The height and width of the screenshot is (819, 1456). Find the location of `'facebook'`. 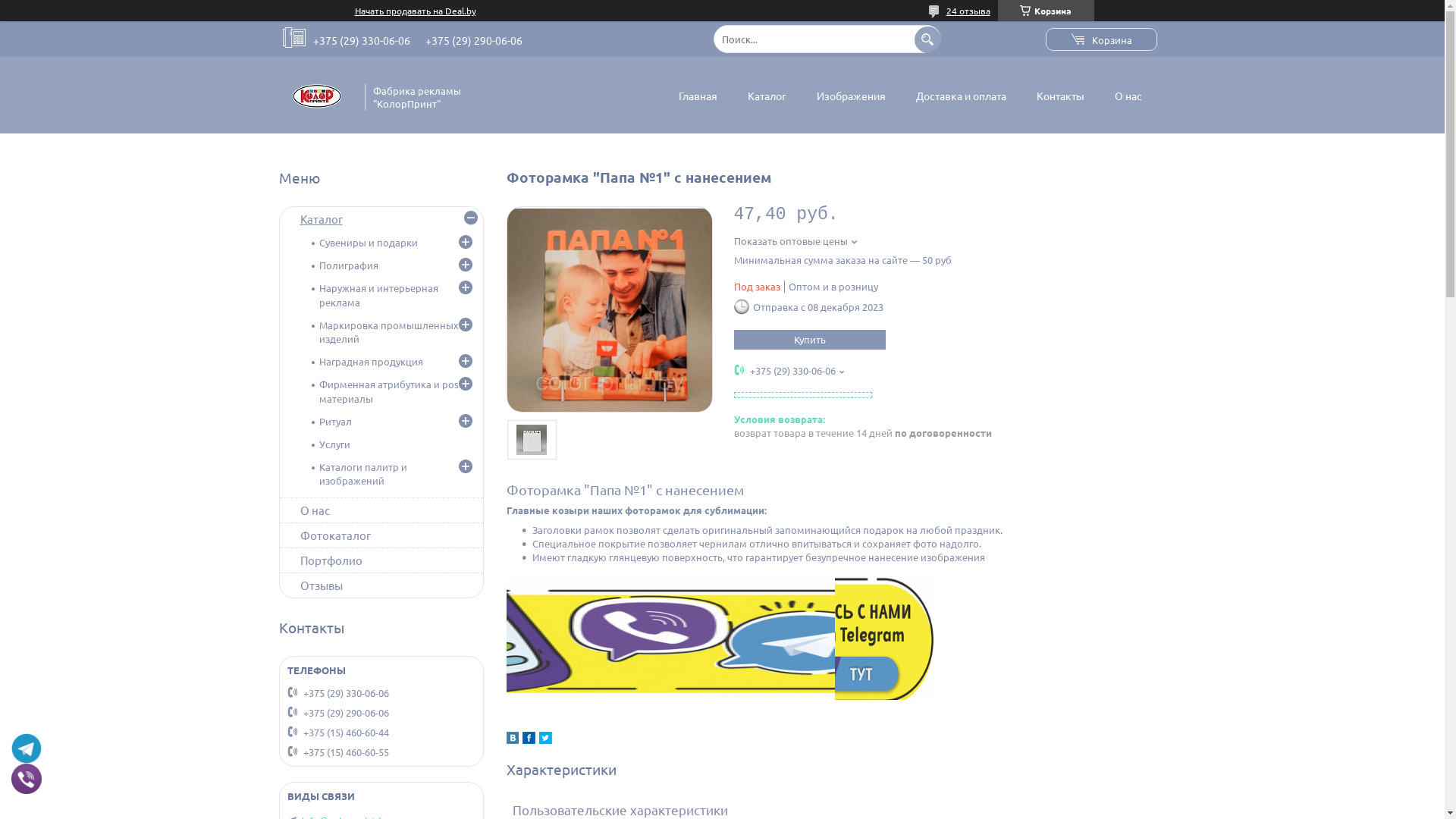

'facebook' is located at coordinates (528, 739).